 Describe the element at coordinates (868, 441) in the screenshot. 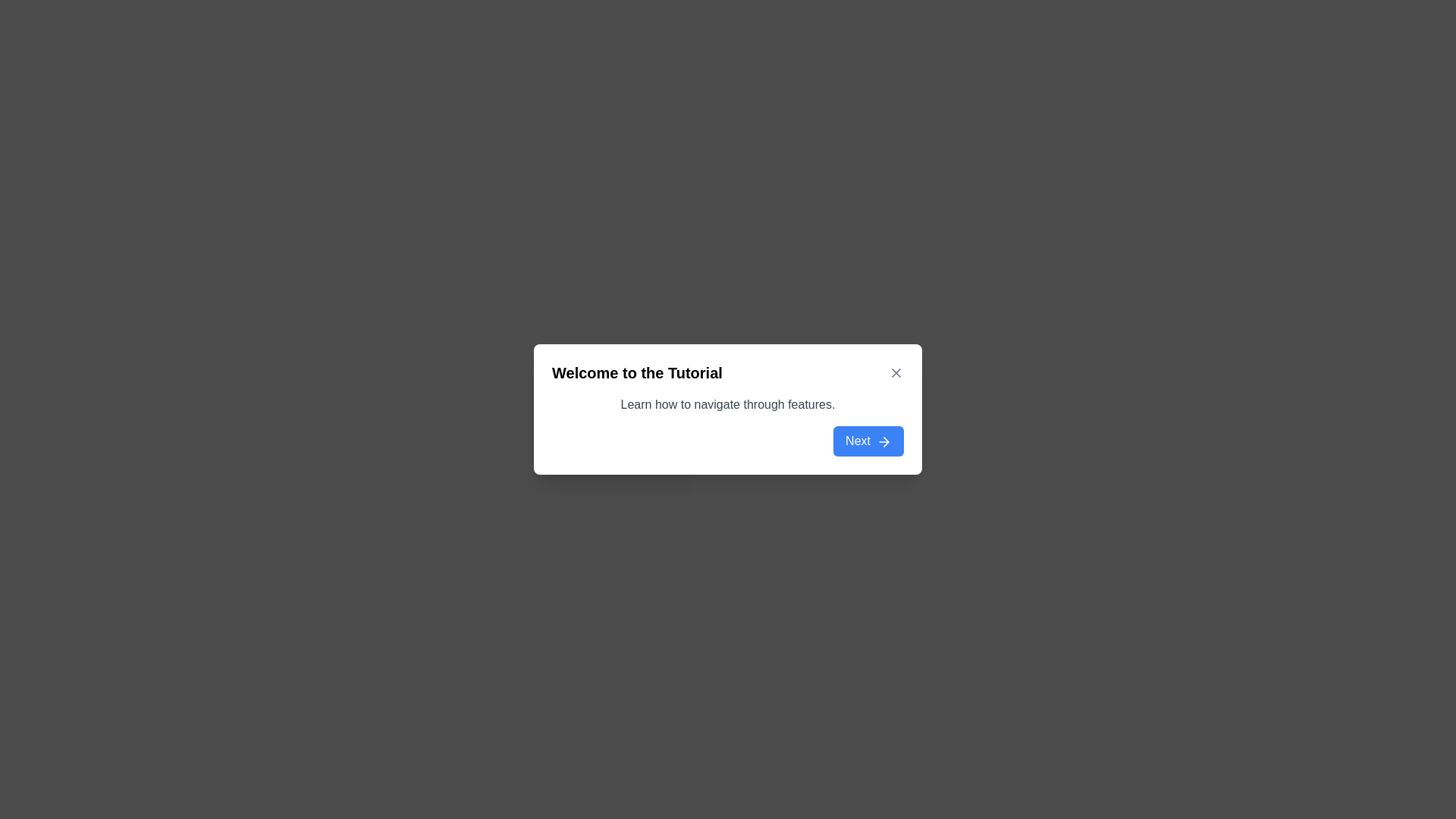

I see `the prominent blue button labeled 'Next' with rounded corners located at the bottom-right corner of the modal` at that location.